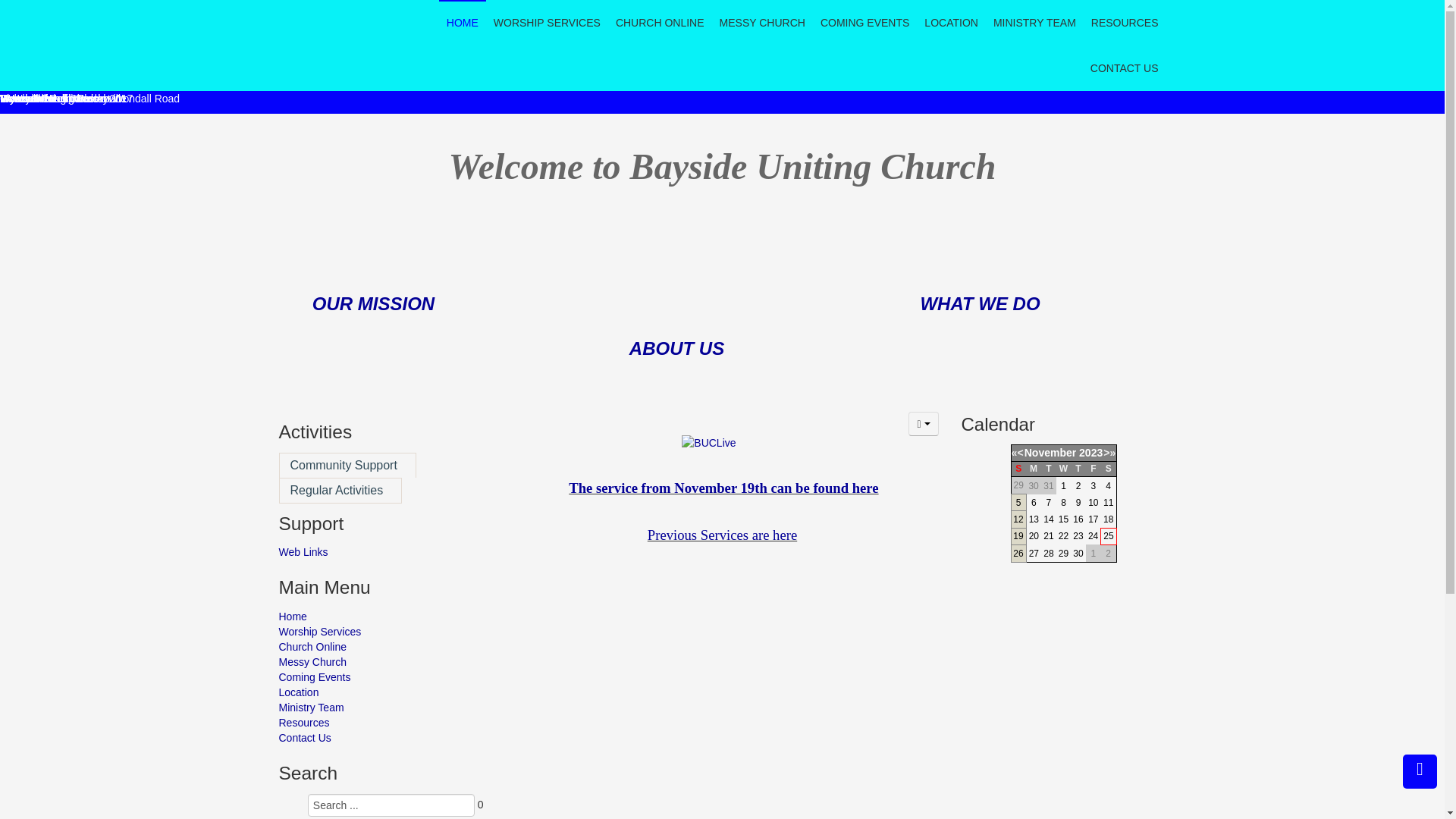 The width and height of the screenshot is (1456, 819). What do you see at coordinates (1090, 452) in the screenshot?
I see `'2023'` at bounding box center [1090, 452].